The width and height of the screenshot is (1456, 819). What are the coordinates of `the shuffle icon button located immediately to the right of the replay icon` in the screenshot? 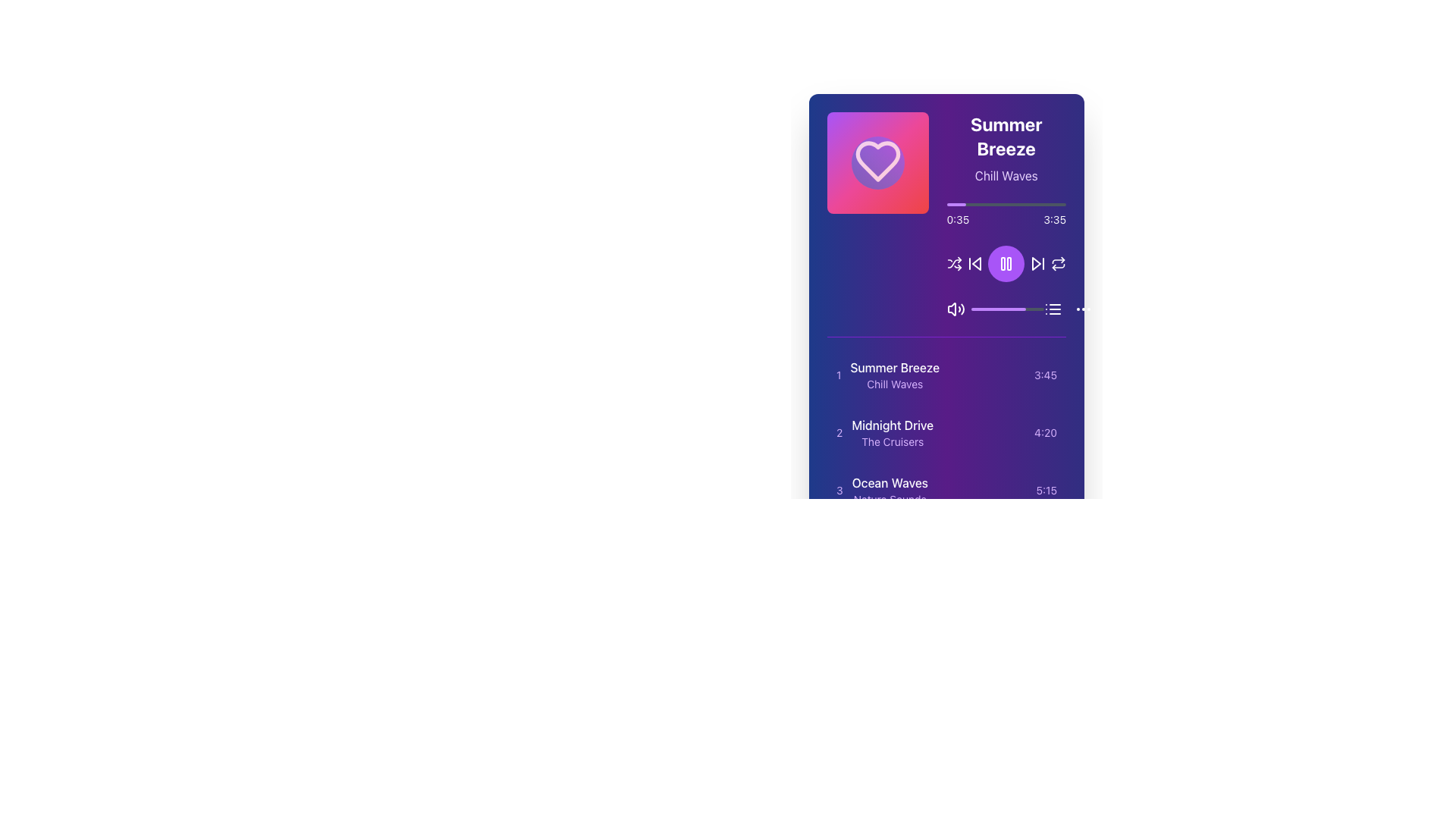 It's located at (953, 262).